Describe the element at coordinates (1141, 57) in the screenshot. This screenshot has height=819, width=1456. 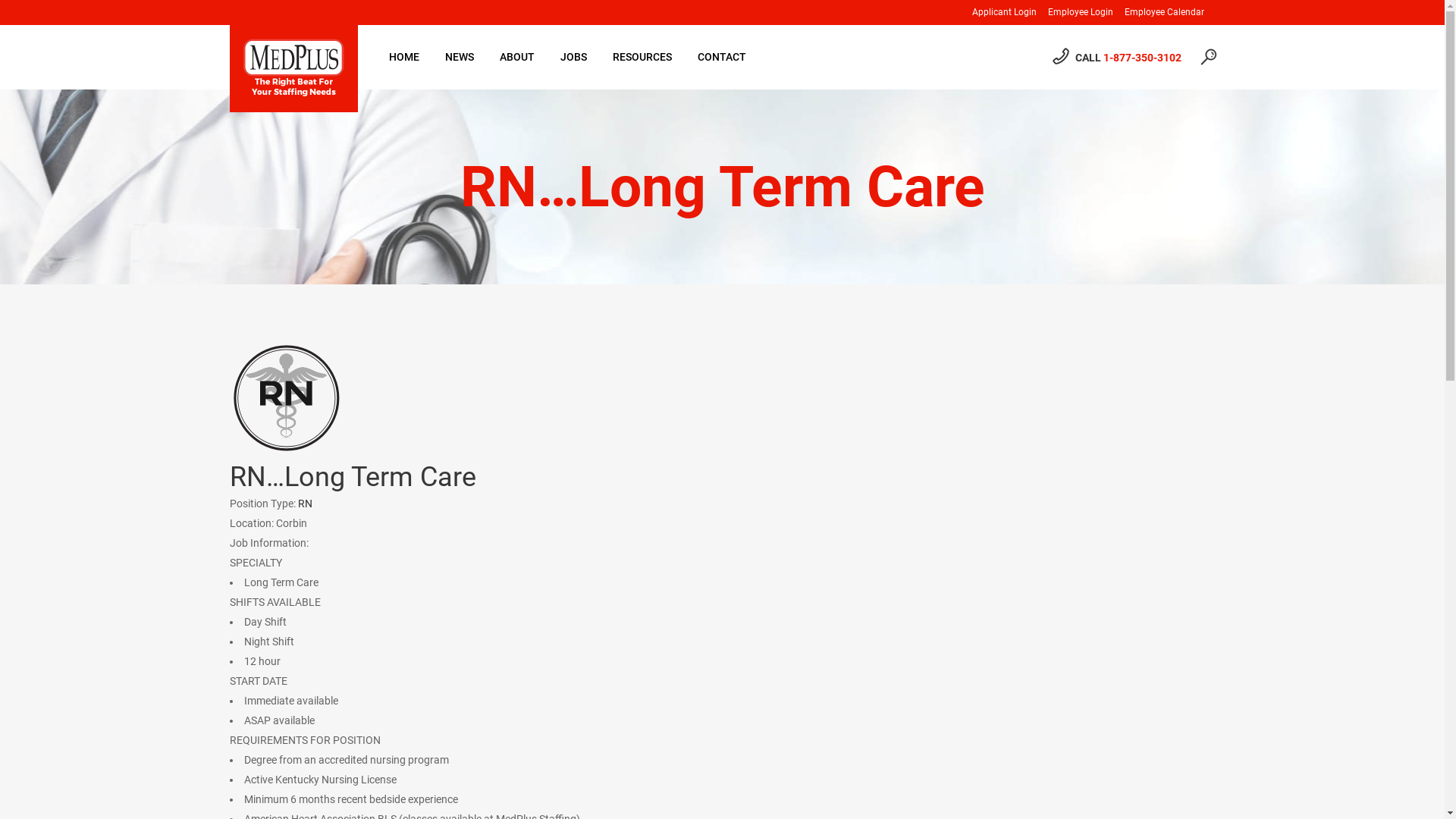
I see `'1-877-350-3102'` at that location.